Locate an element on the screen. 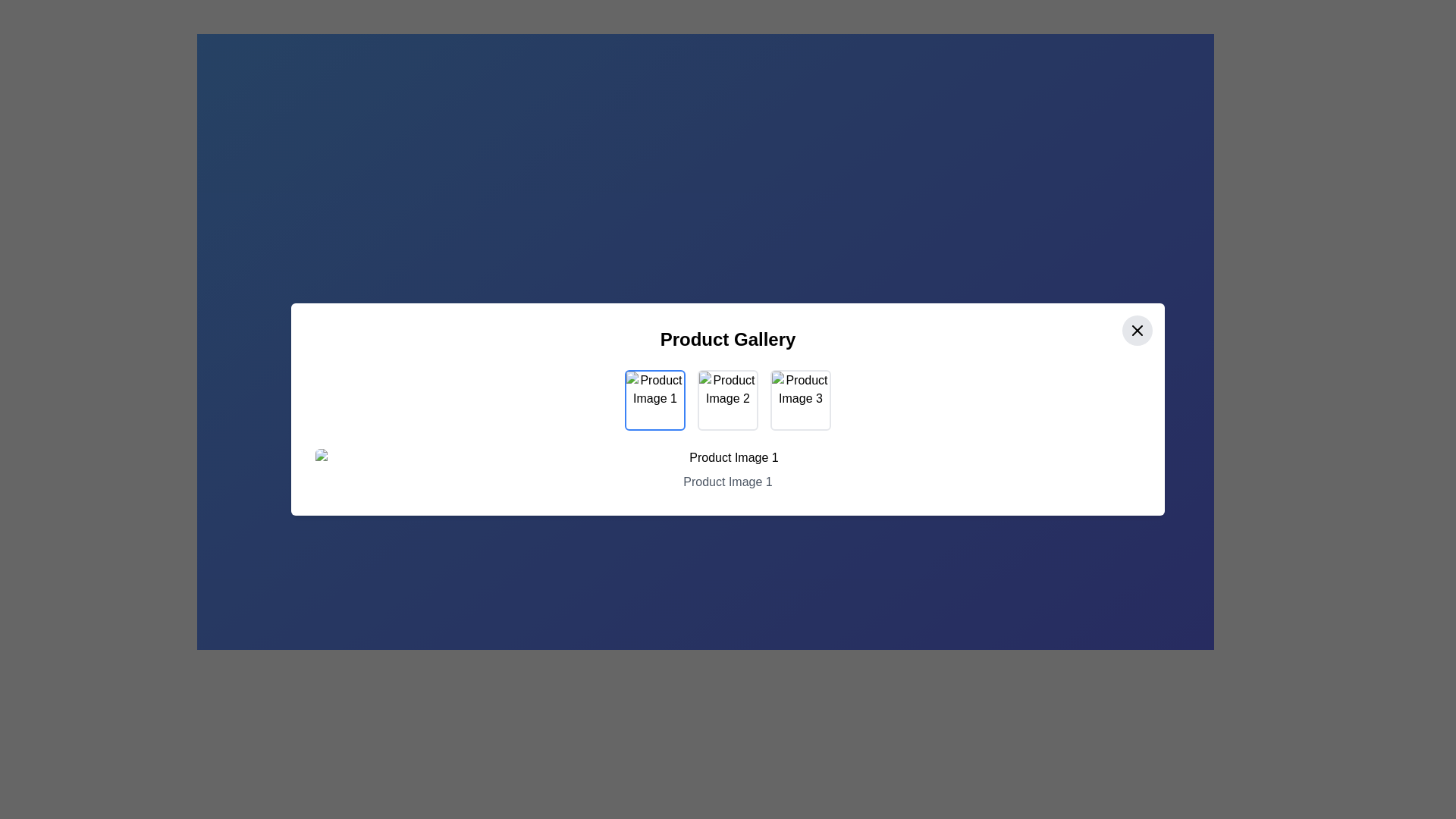 This screenshot has height=819, width=1456. the close icon located in the top-right corner of the white card displaying the product gallery is located at coordinates (1137, 329).